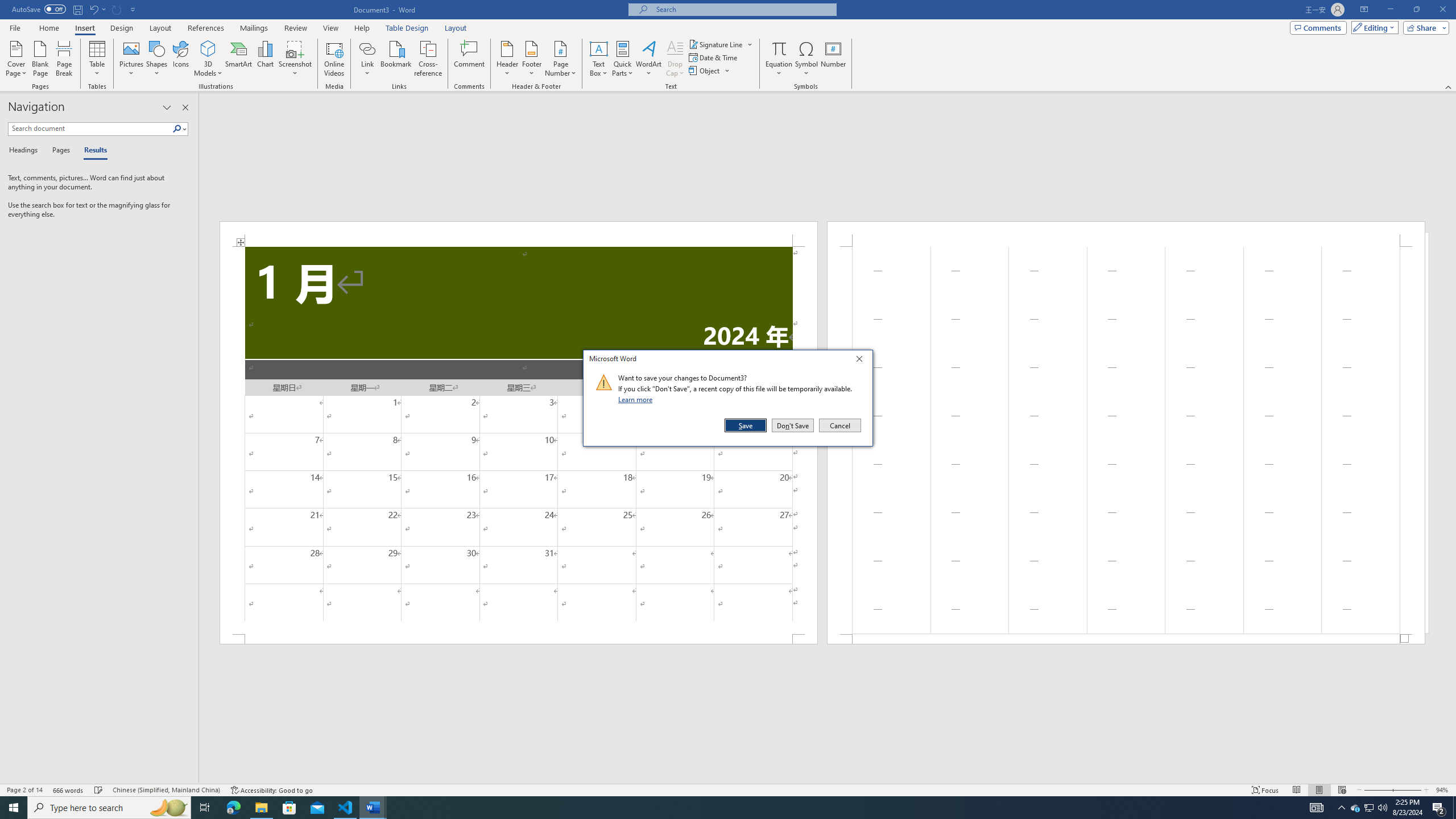 The image size is (1456, 819). I want to click on 'Screenshot', so click(295, 59).